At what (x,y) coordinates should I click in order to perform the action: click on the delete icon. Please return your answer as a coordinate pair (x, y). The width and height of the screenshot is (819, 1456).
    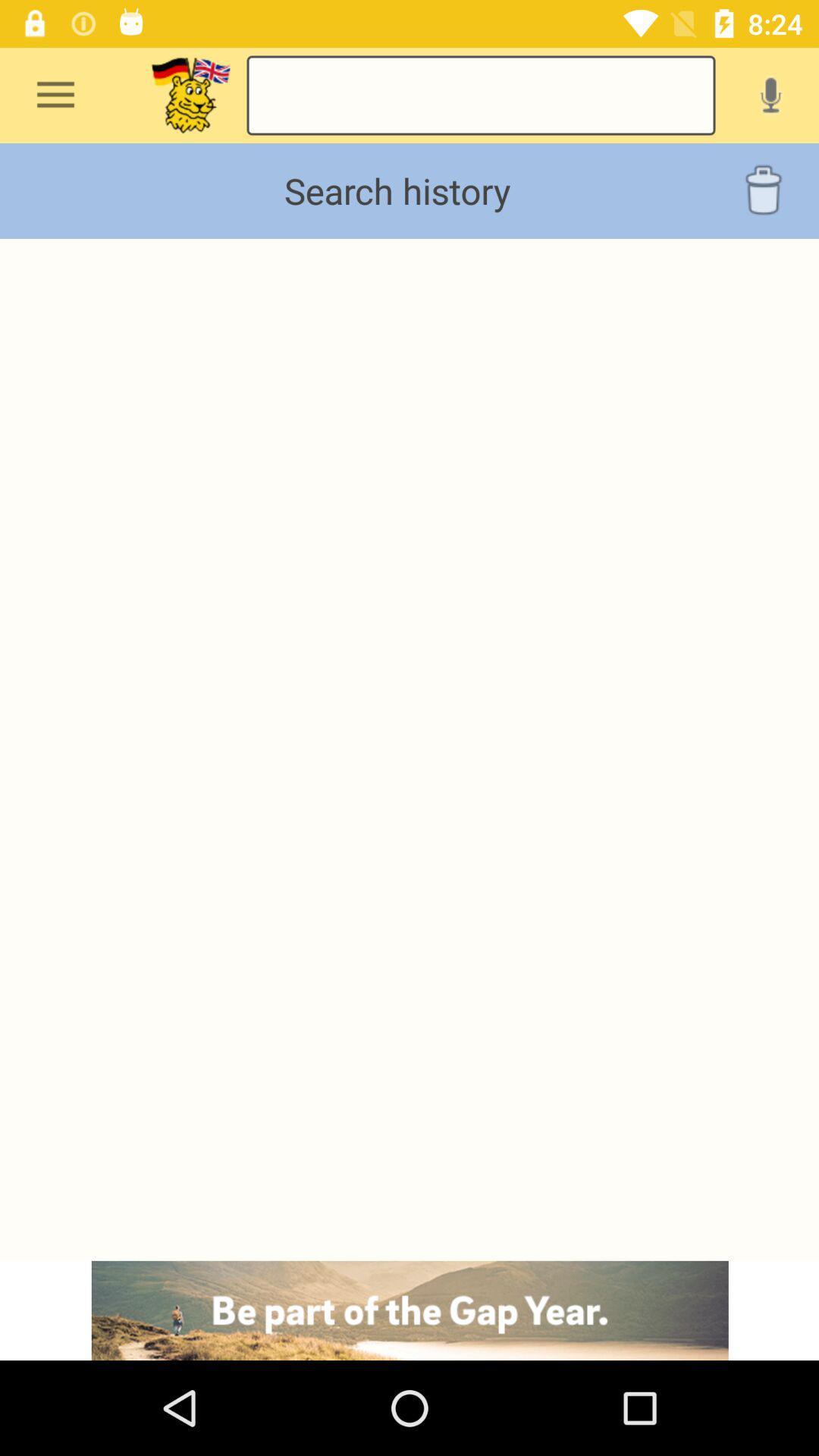
    Looking at the image, I should click on (763, 190).